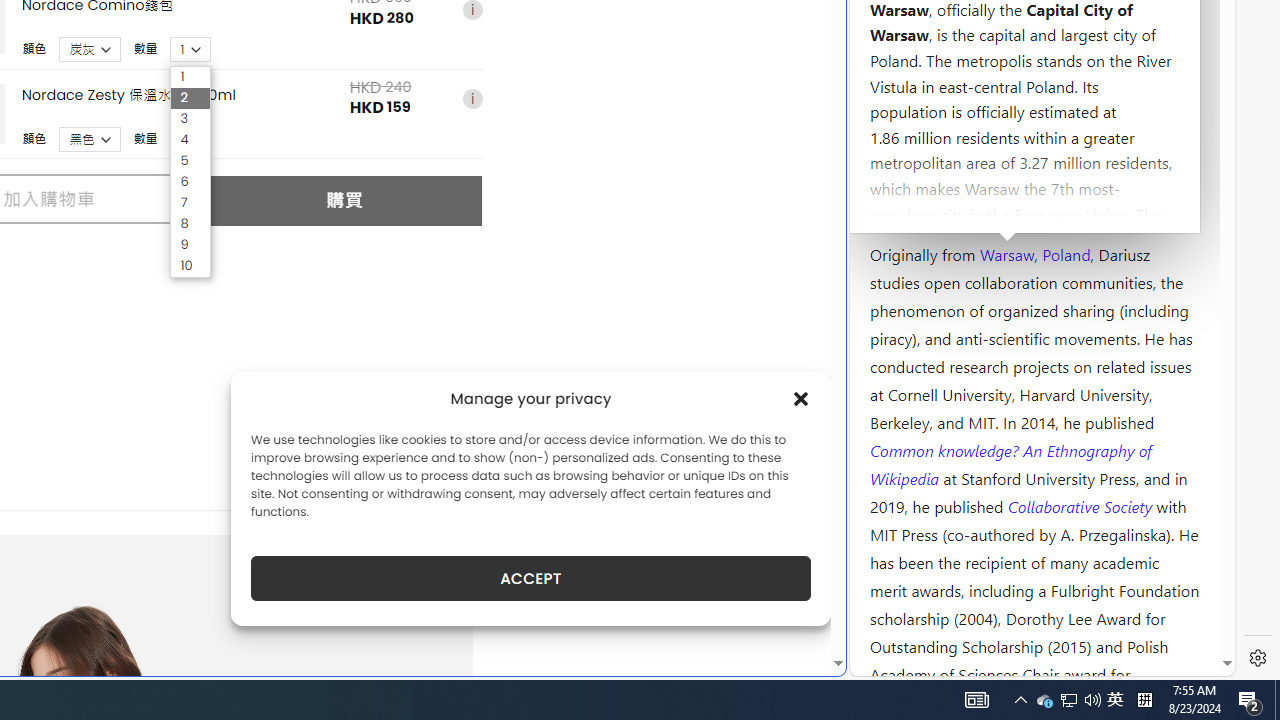 This screenshot has height=720, width=1280. I want to click on 'Poland', so click(1065, 252).